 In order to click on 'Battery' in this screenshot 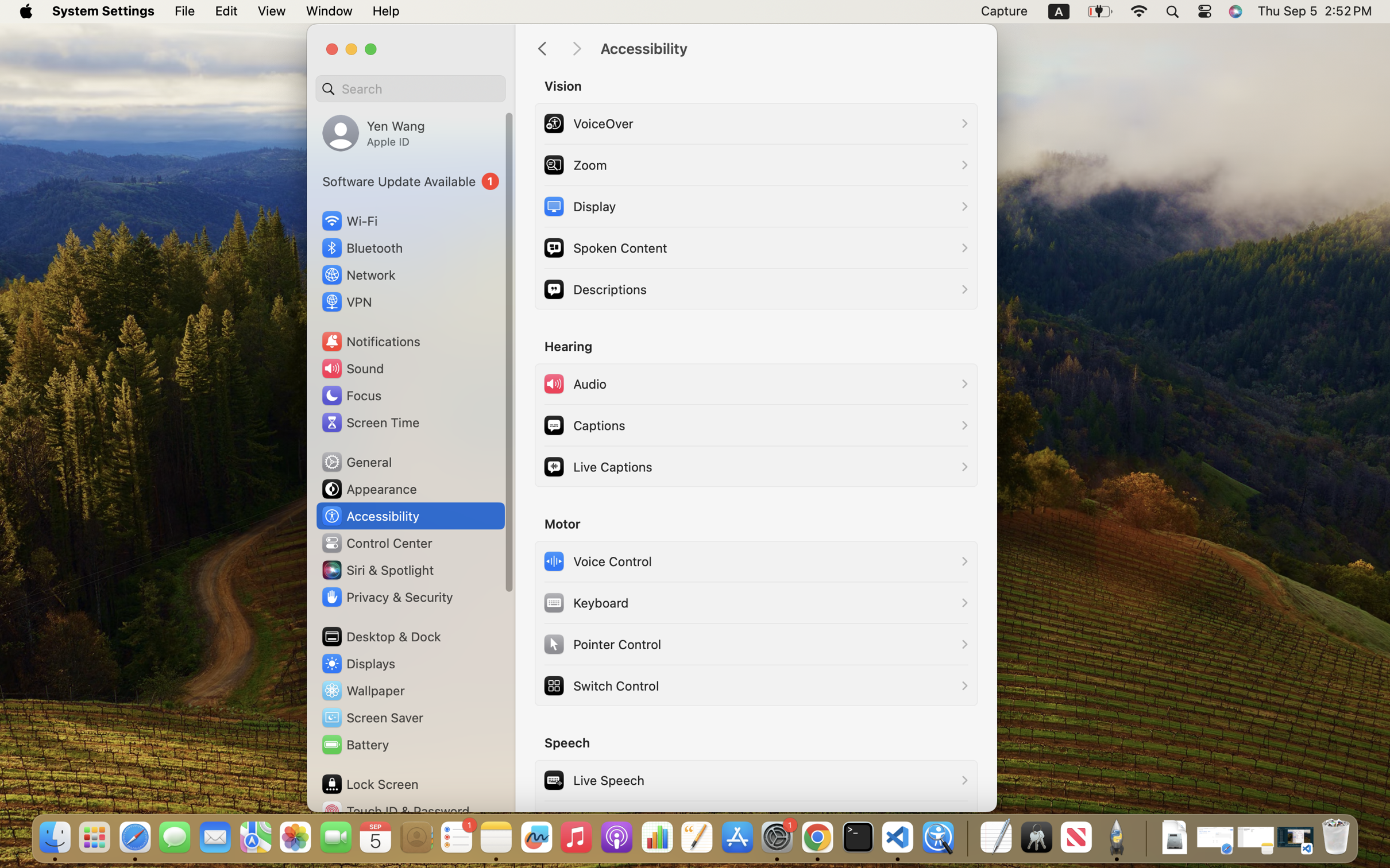, I will do `click(354, 744)`.